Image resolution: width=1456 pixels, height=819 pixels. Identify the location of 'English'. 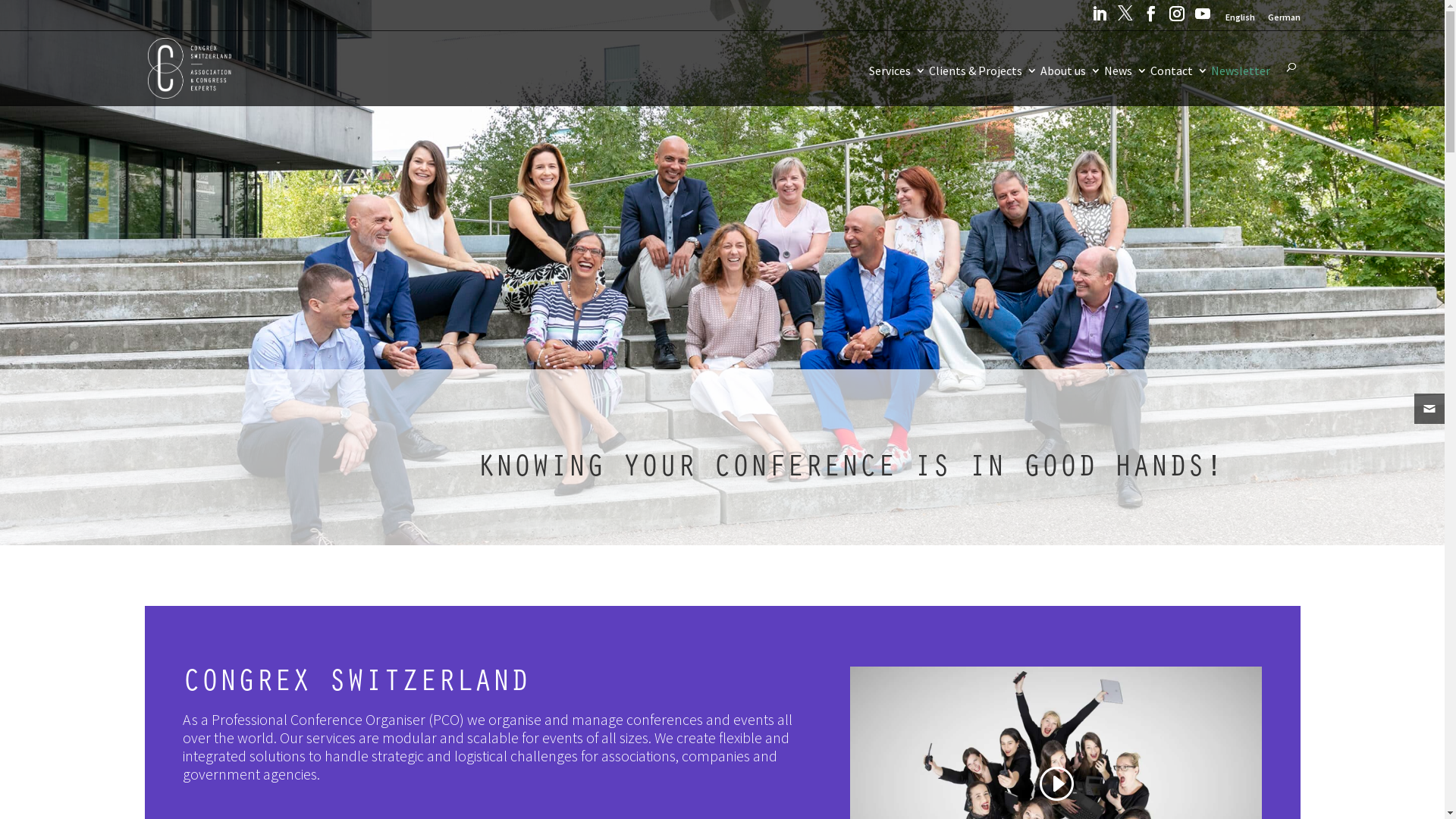
(1240, 20).